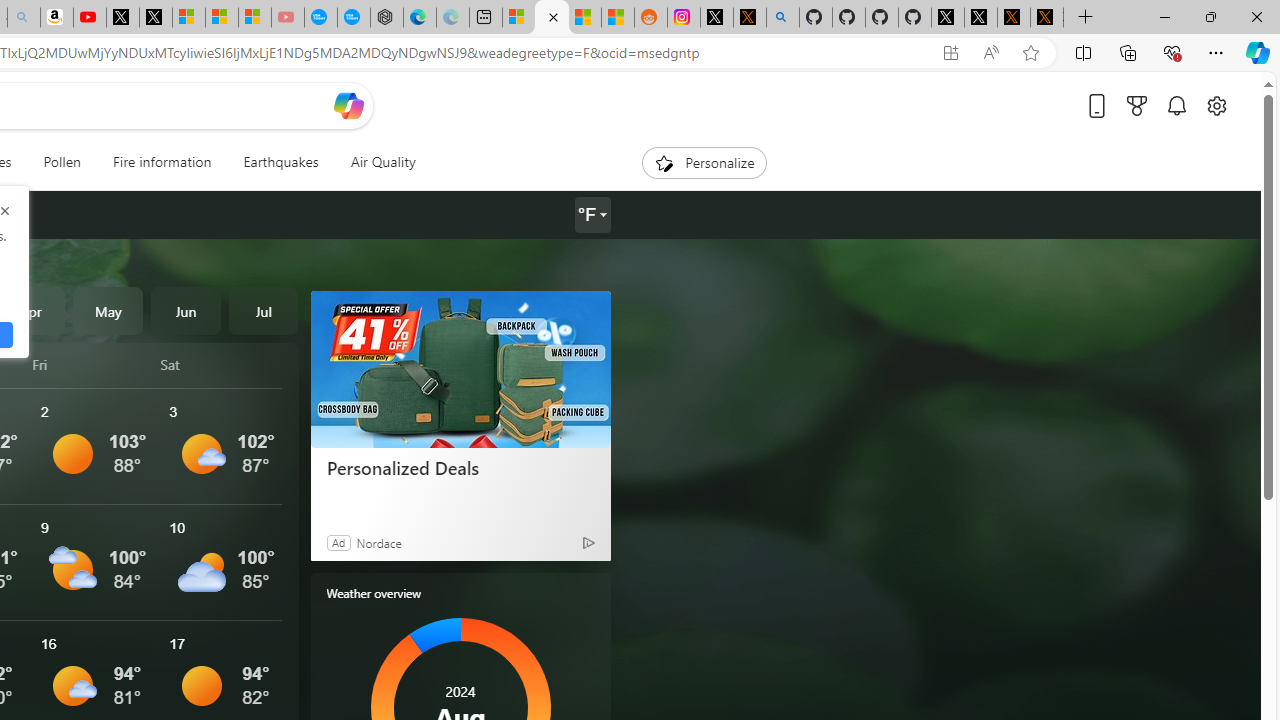 This screenshot has width=1280, height=720. Describe the element at coordinates (459, 468) in the screenshot. I see `'Personalized Deals'` at that location.